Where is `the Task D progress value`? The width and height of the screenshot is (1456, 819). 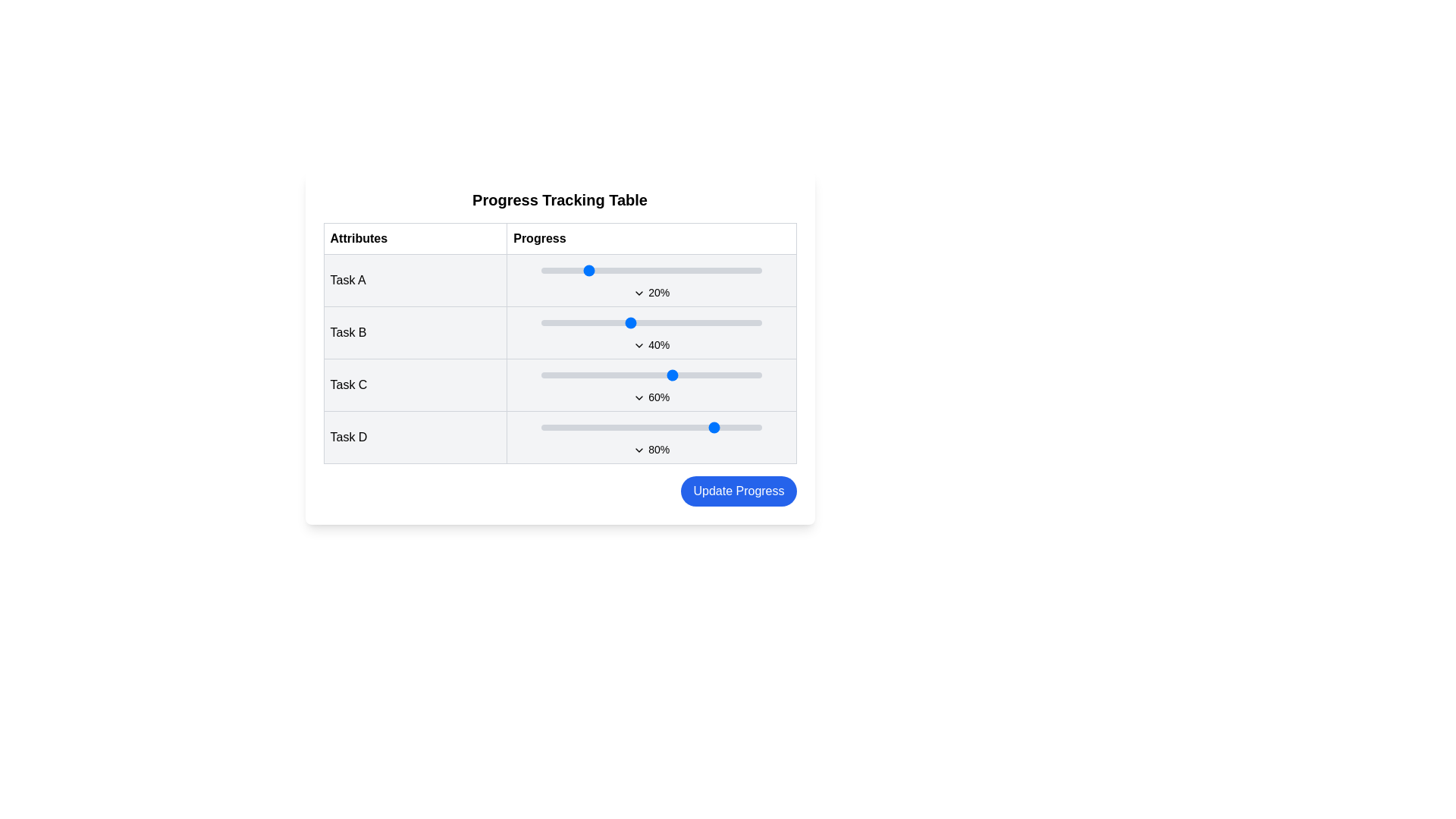
the Task D progress value is located at coordinates (604, 427).